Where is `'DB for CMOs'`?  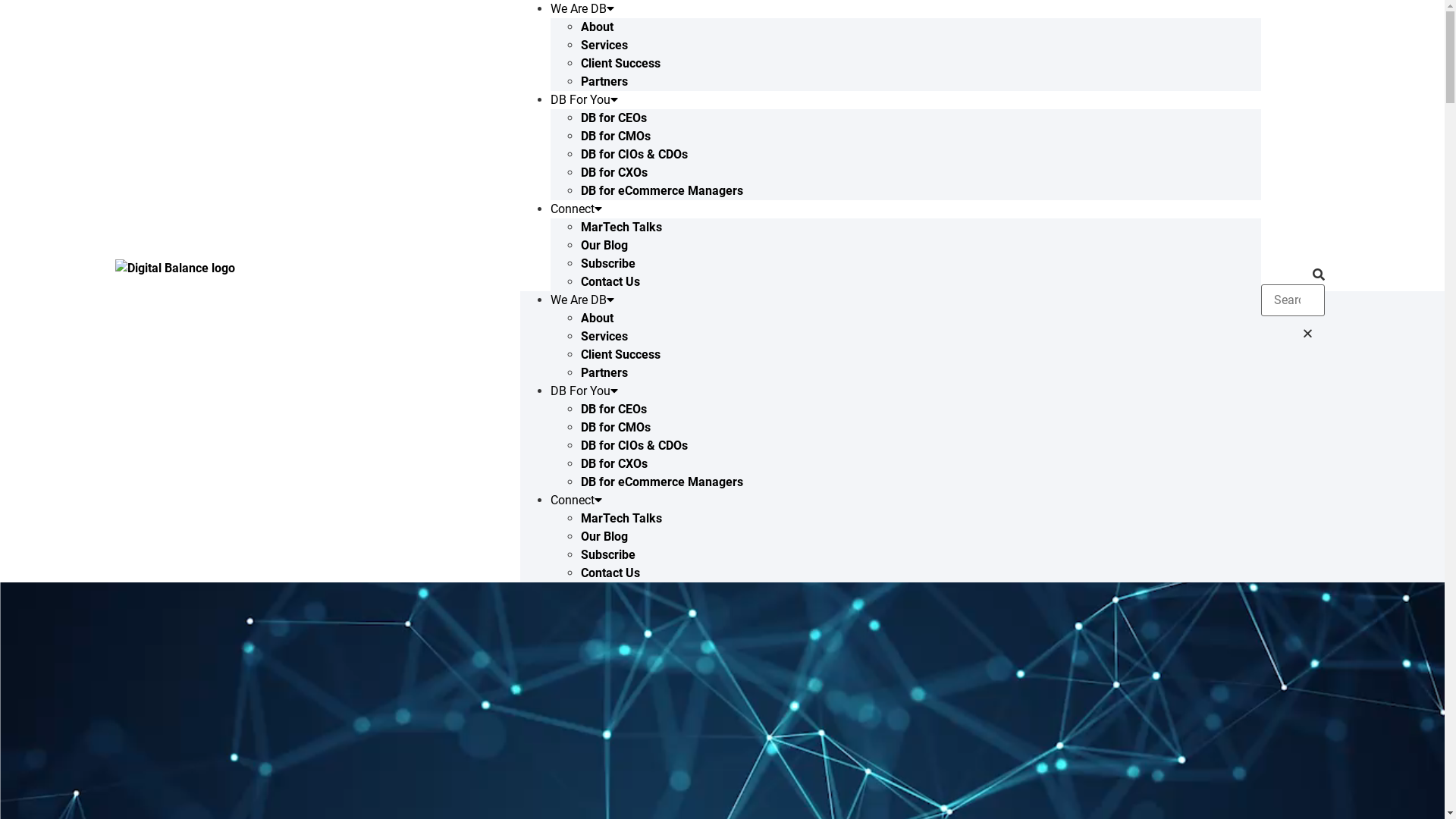
'DB for CMOs' is located at coordinates (615, 135).